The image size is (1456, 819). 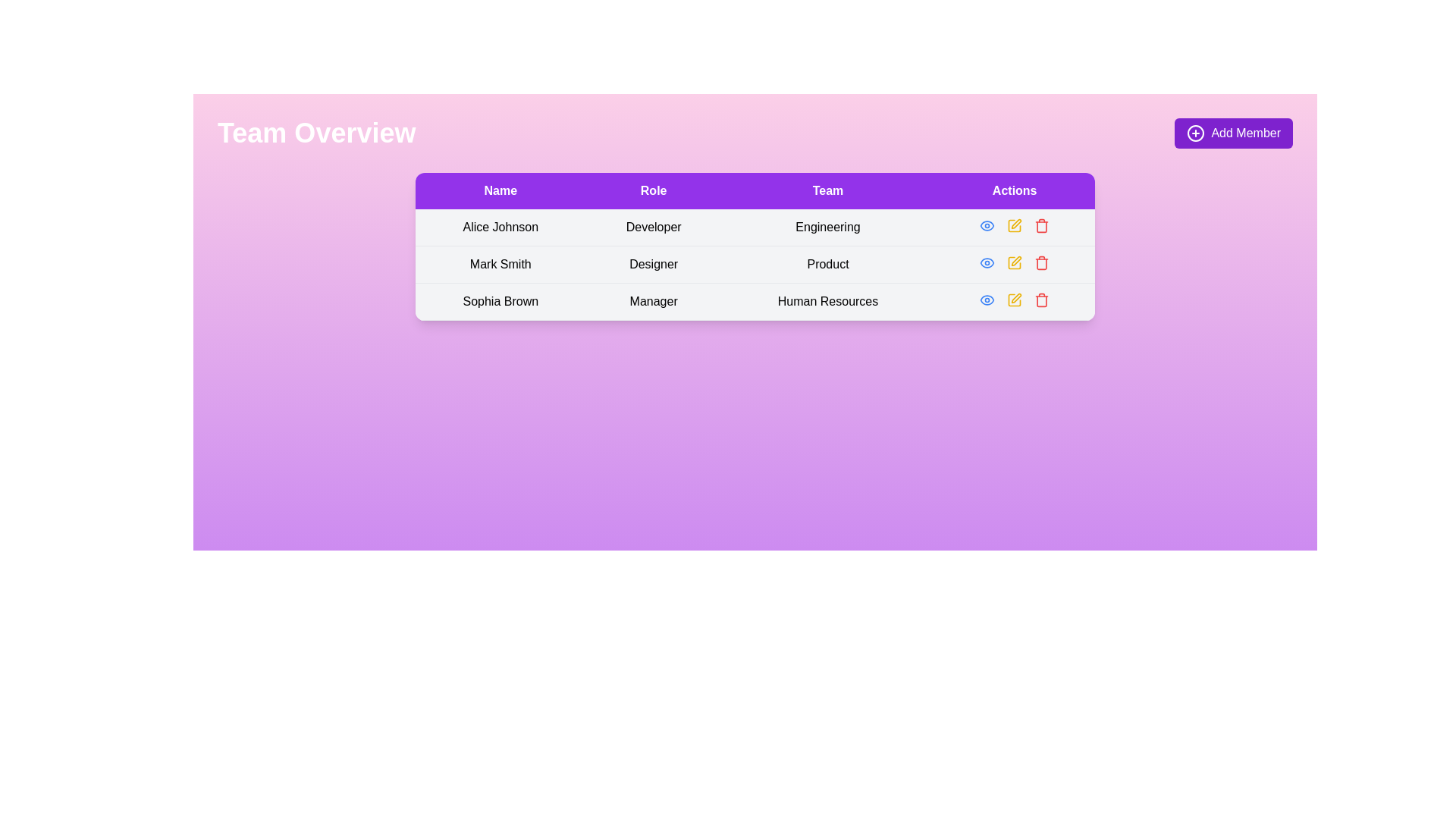 I want to click on the edit icon in the 'Actions' column for the row corresponding to 'Sophia Brown' to initiate an edit action, so click(x=1015, y=300).